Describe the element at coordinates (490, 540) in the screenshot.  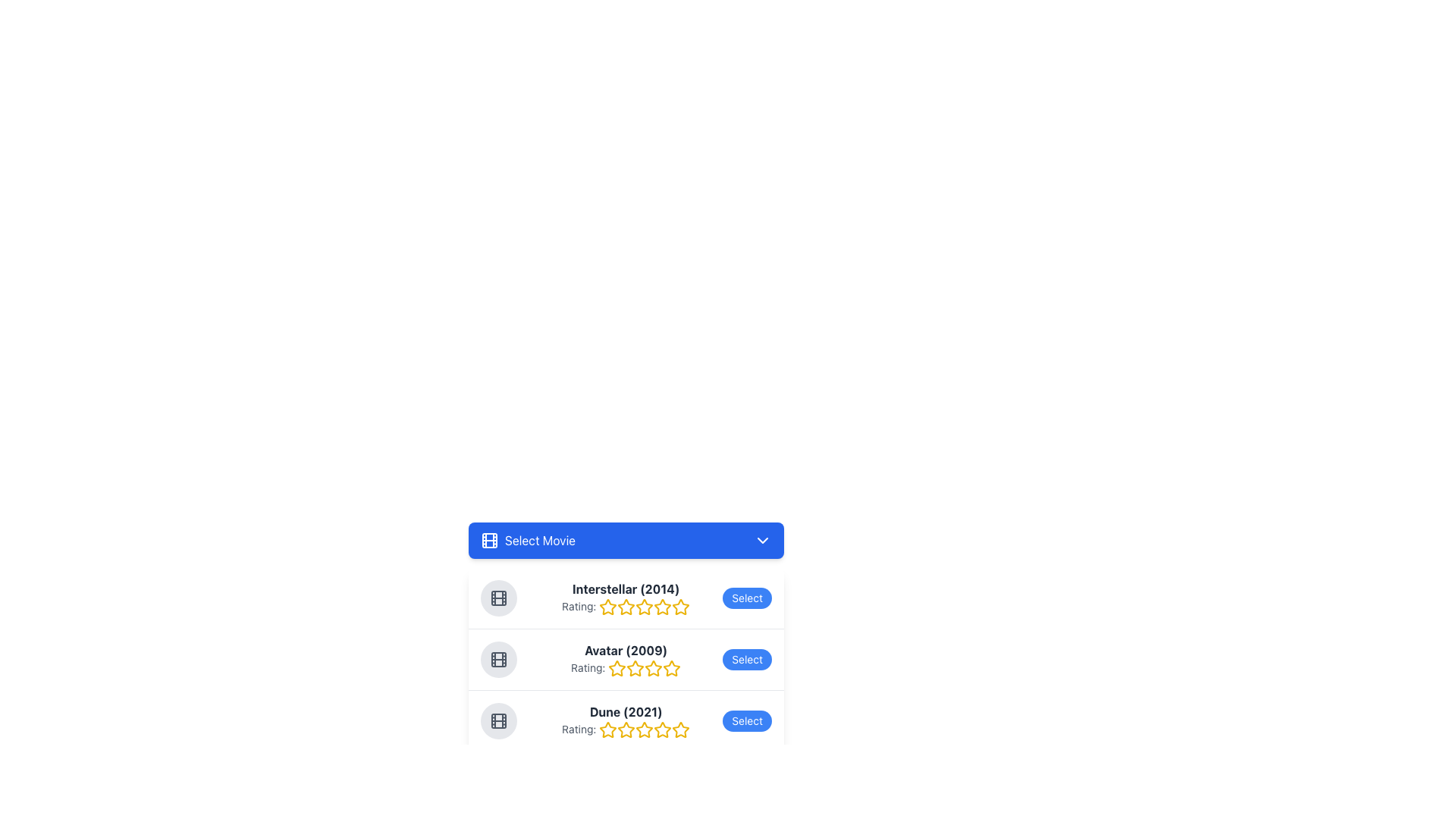
I see `the SVG graphical element styled like a movie reel, located in the dropdown menu before the 'Select Movie' text` at that location.